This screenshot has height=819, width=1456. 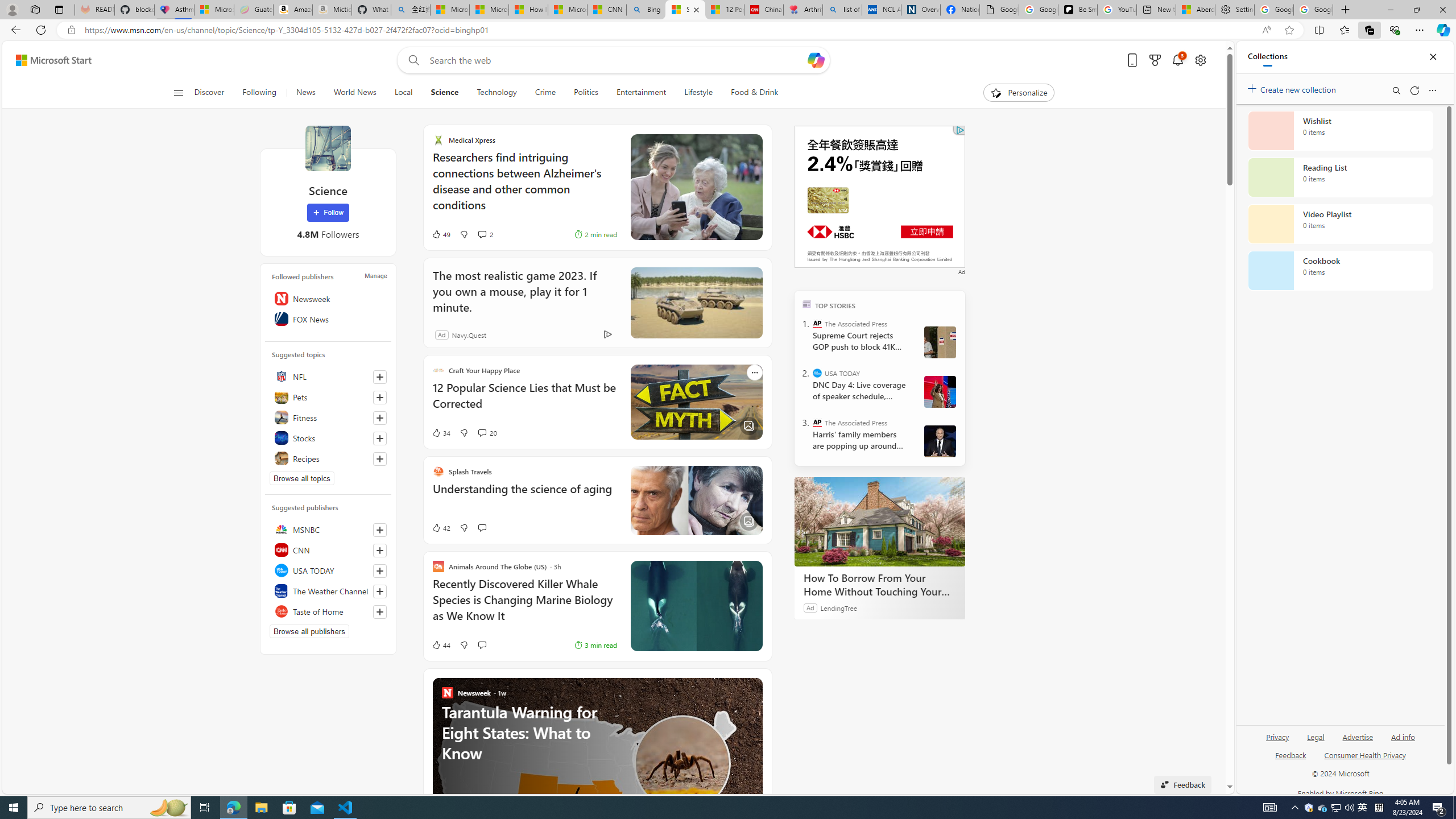 I want to click on 'How To Borrow From Your Home Without Touching Your Mortgage', so click(x=879, y=521).